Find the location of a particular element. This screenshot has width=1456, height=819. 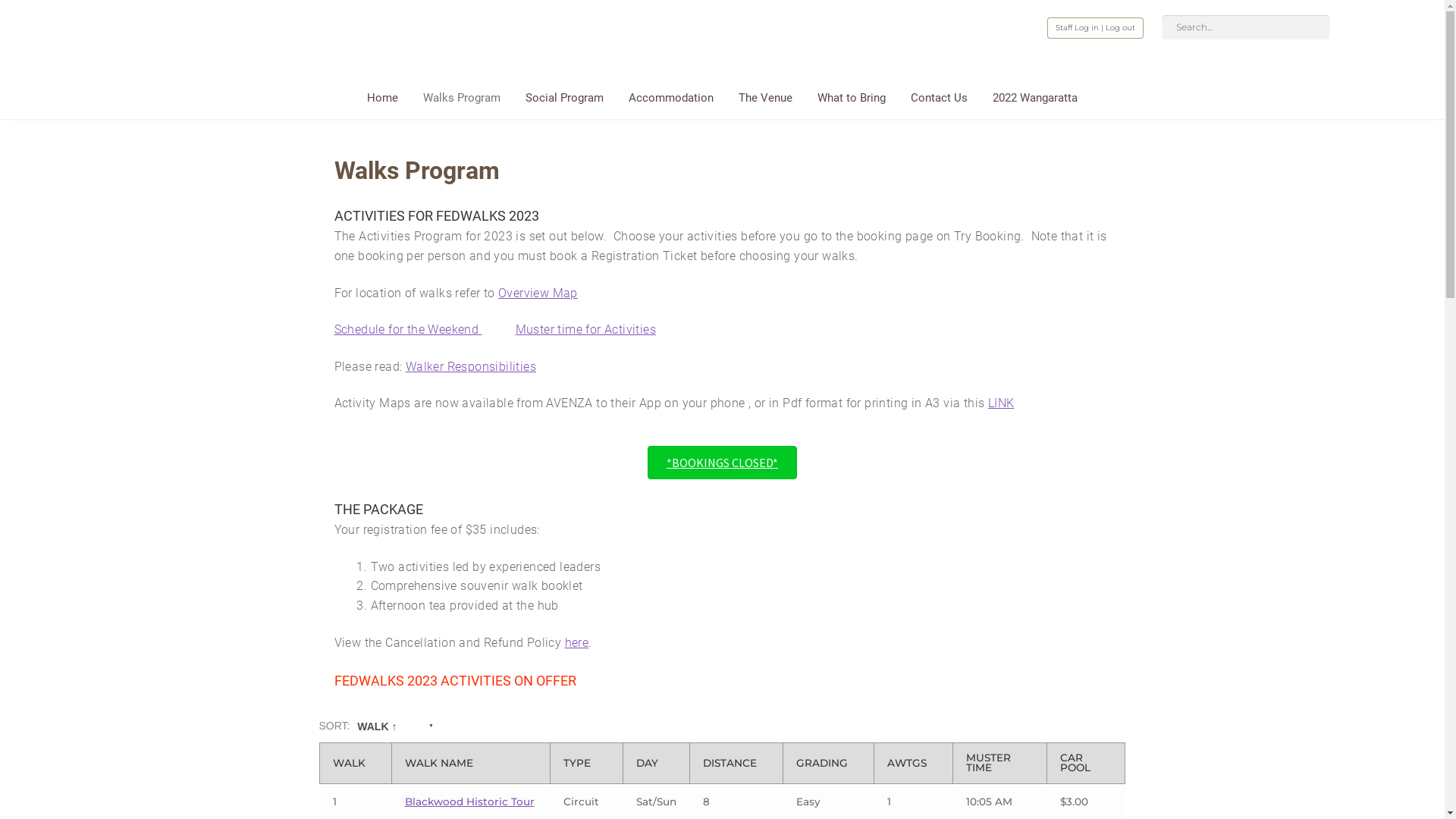

'AWTGS' is located at coordinates (912, 763).